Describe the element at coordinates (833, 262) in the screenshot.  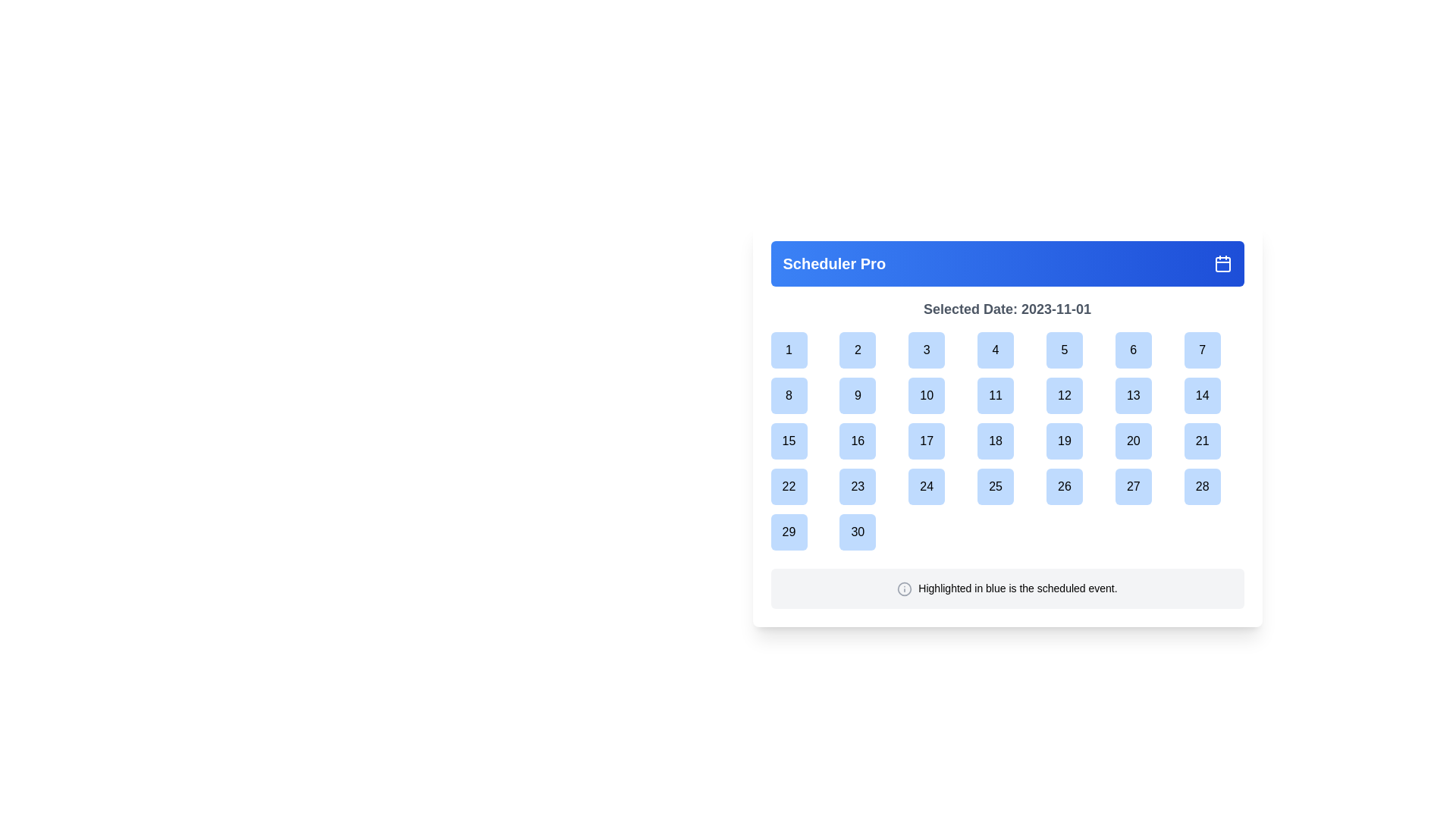
I see `the static text label displaying 'Scheduler Pro' located in the header bar of the calendar interface` at that location.